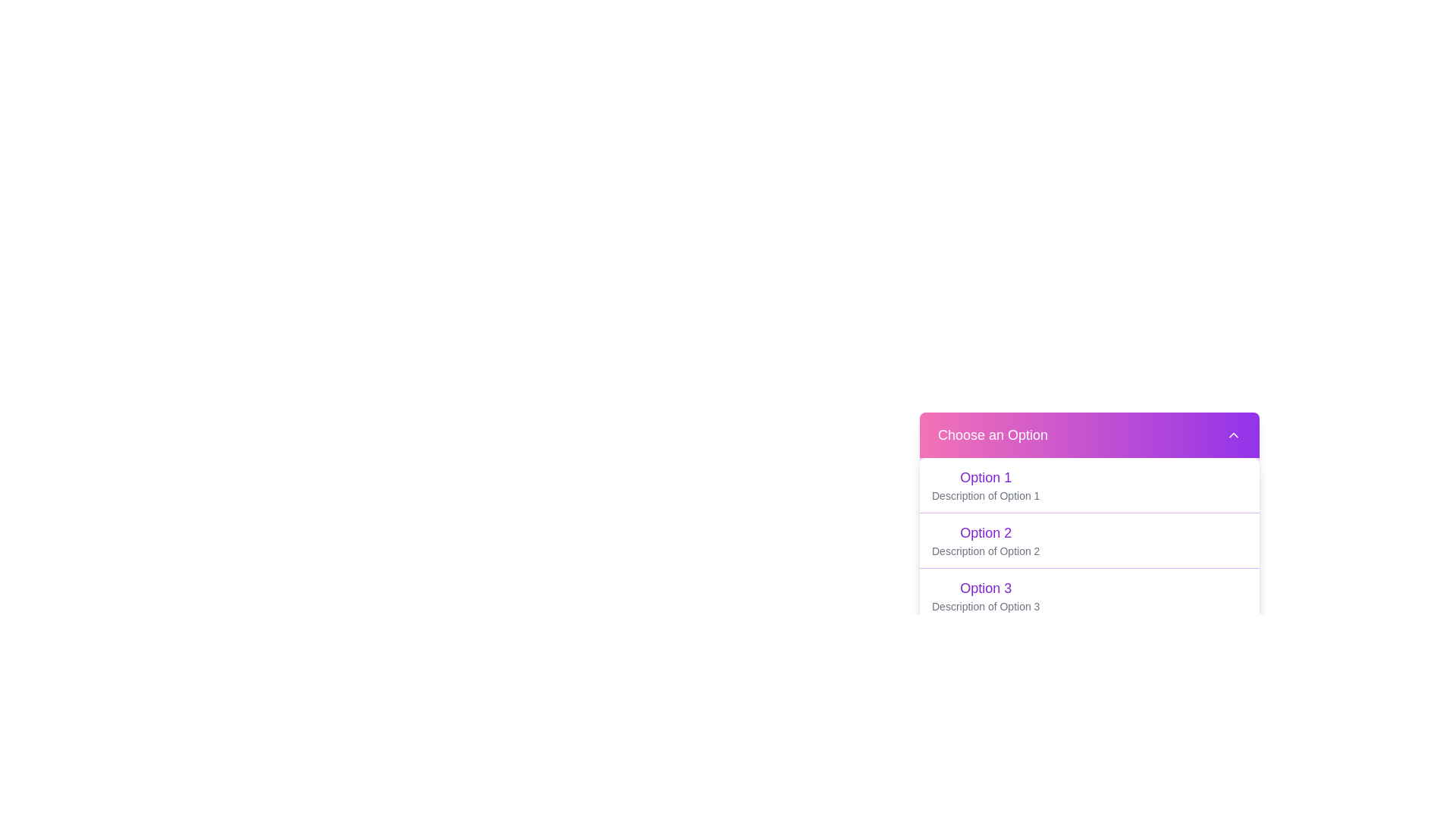 Image resolution: width=1456 pixels, height=819 pixels. Describe the element at coordinates (986, 485) in the screenshot. I see `the first selectable list item labeled 'Option 1' in the dropdown menu` at that location.